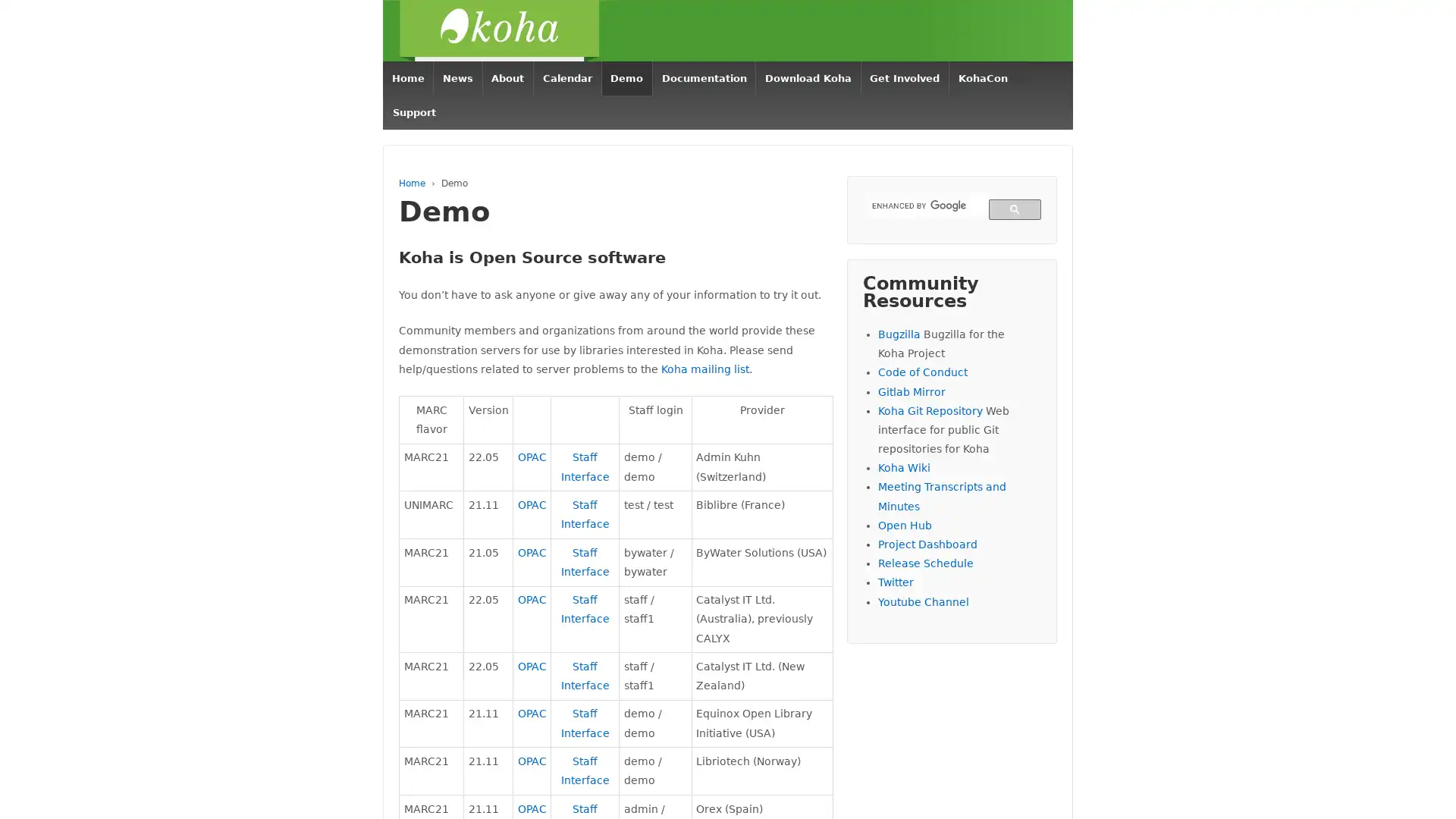 This screenshot has width=1456, height=819. Describe the element at coordinates (1014, 209) in the screenshot. I see `search` at that location.